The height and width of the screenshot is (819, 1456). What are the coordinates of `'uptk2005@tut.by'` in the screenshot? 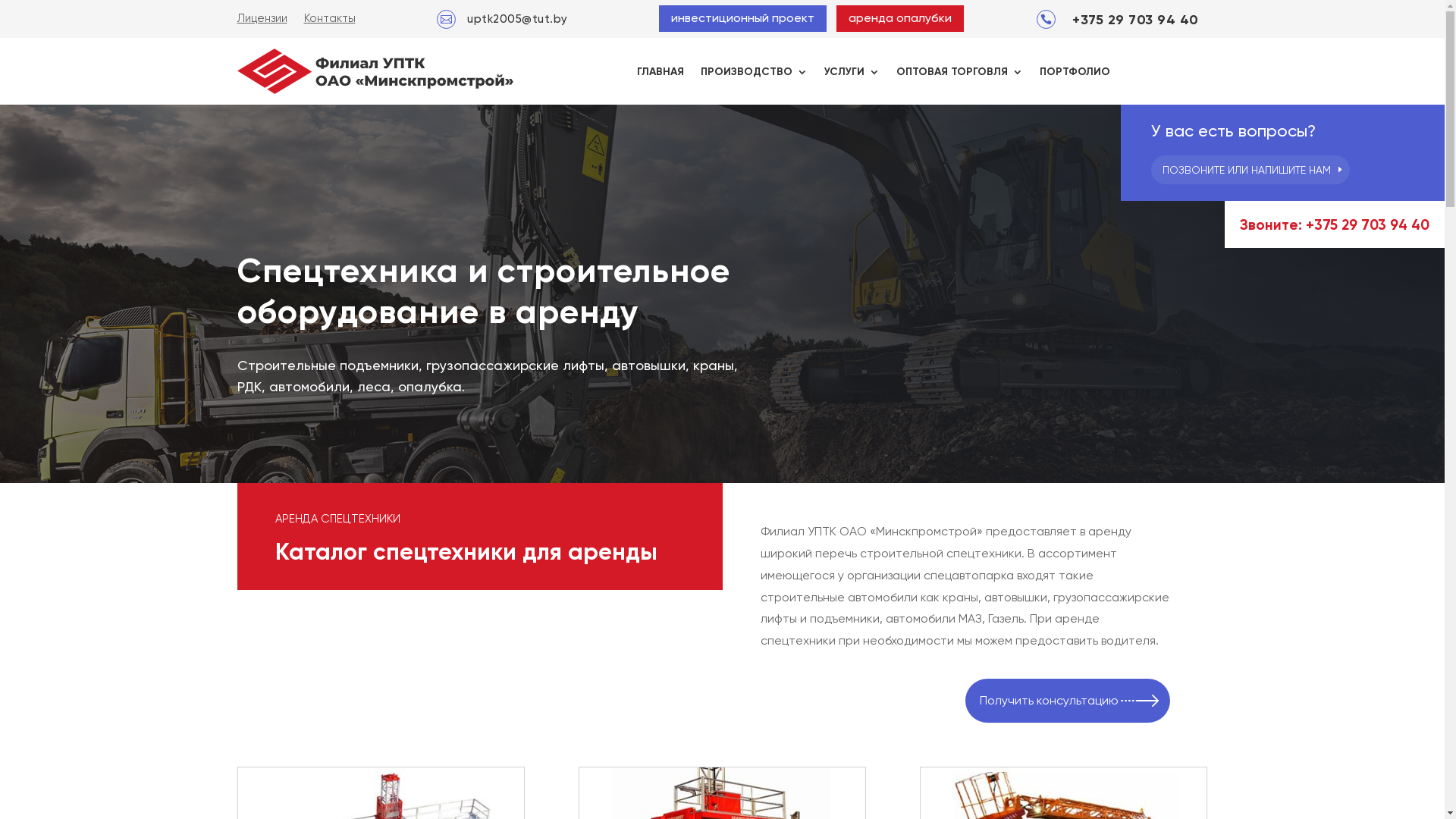 It's located at (517, 18).